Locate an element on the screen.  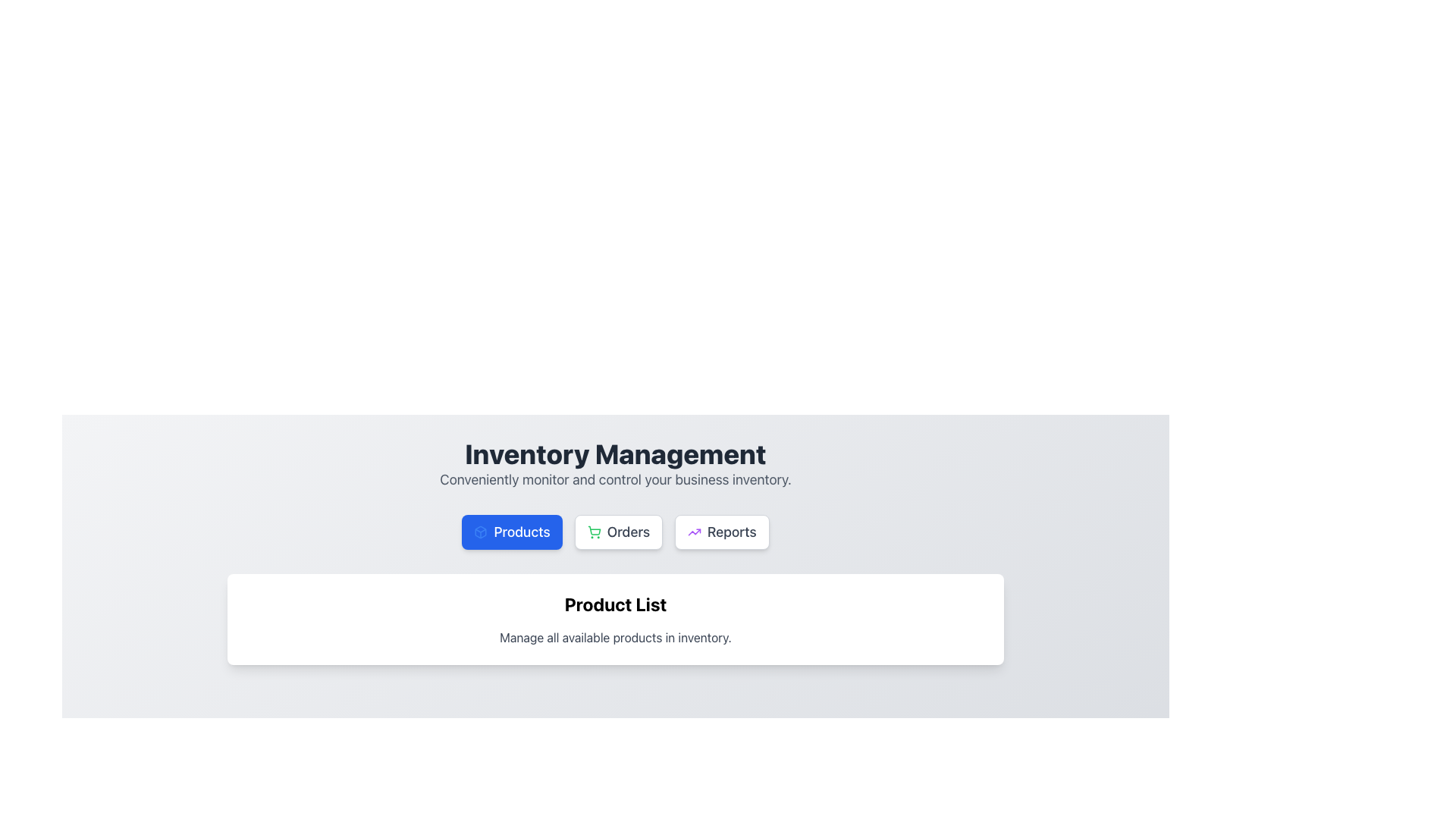
the 'Products' button, a rectangular button with rounded corners, bold blue background, white text, and a box icon on the left is located at coordinates (512, 532).